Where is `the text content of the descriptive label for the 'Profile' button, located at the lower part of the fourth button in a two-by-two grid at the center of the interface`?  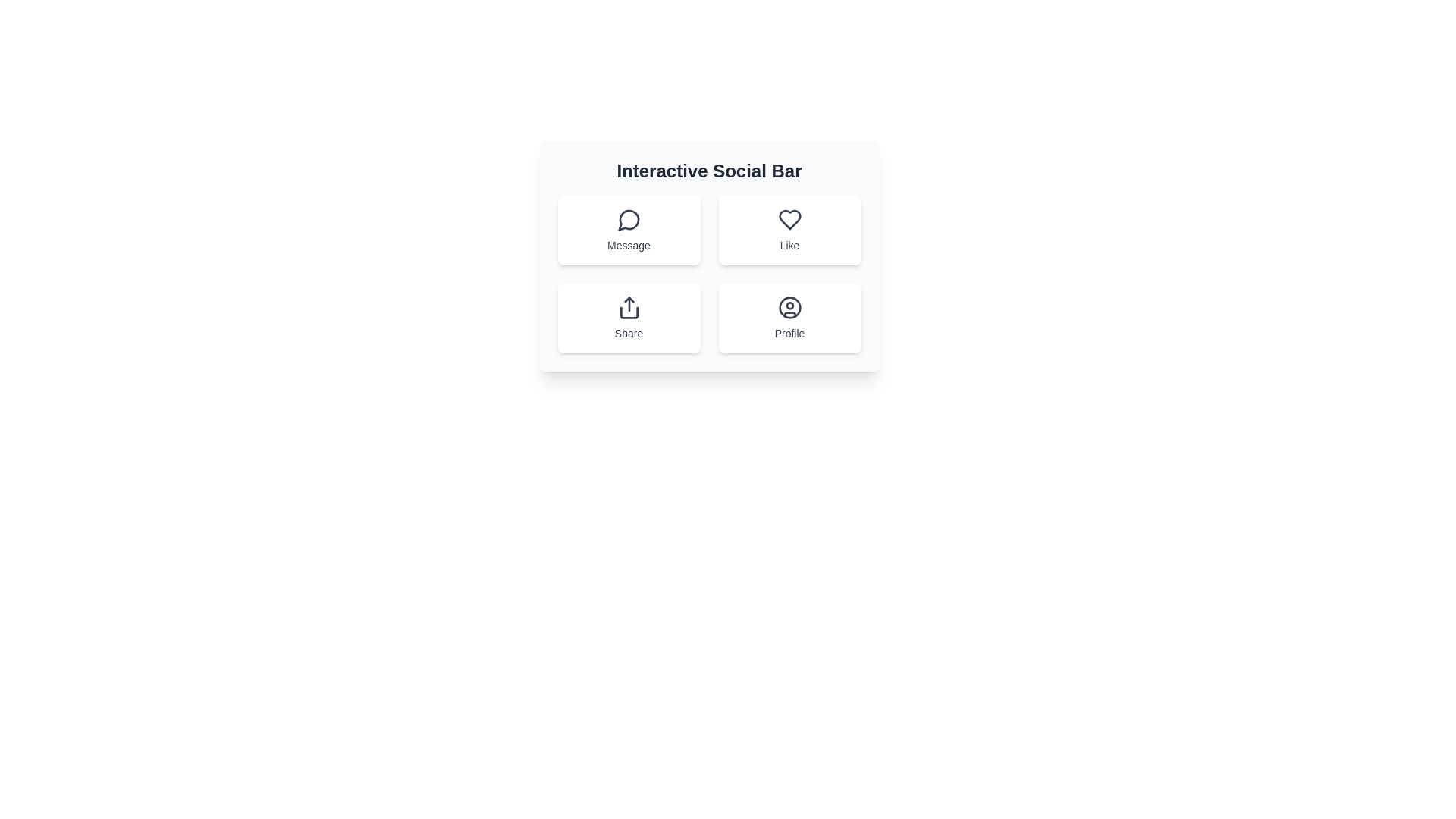
the text content of the descriptive label for the 'Profile' button, located at the lower part of the fourth button in a two-by-two grid at the center of the interface is located at coordinates (789, 332).